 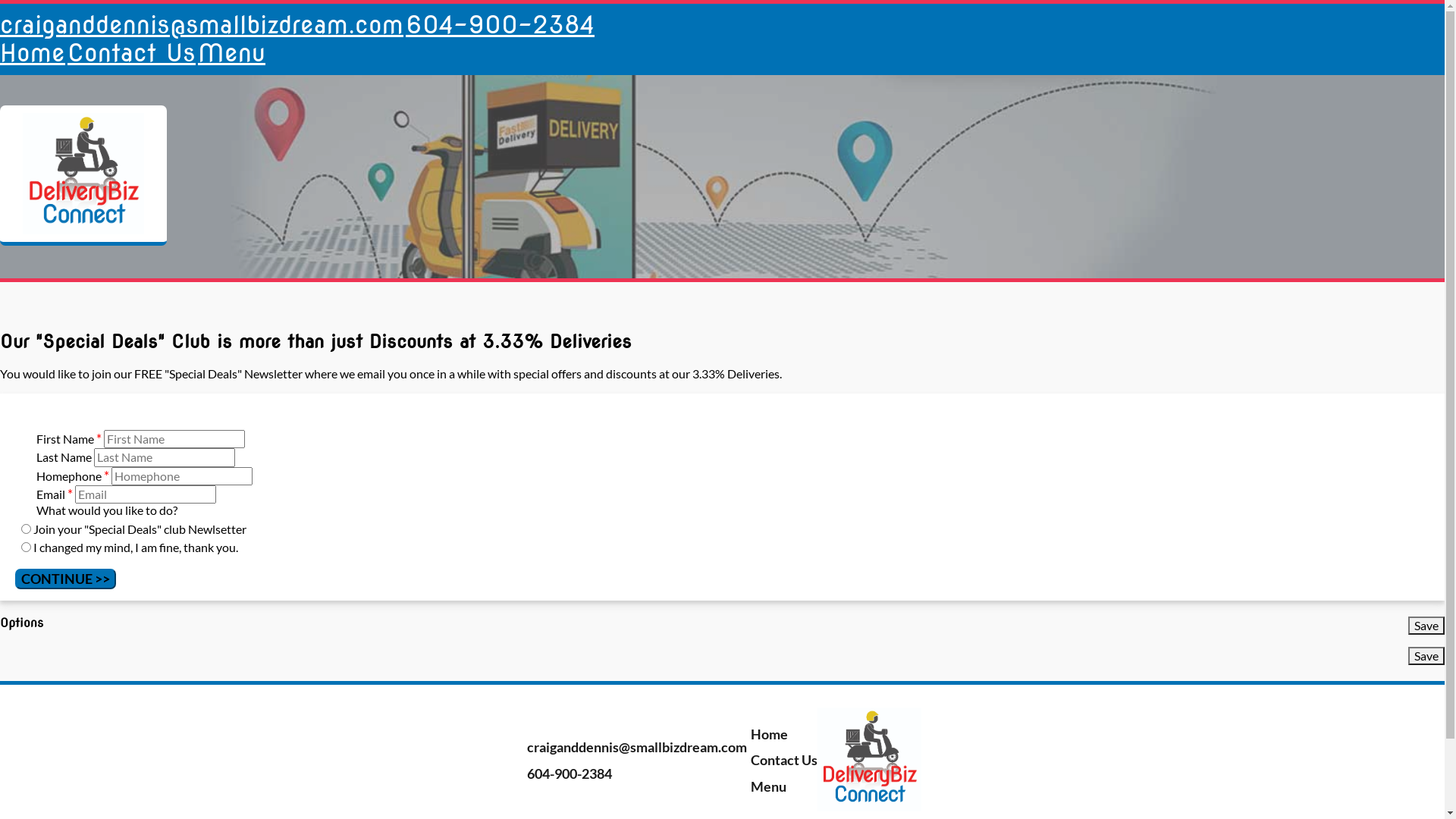 What do you see at coordinates (200, 24) in the screenshot?
I see `'craiganddennis@smallbizdream.com'` at bounding box center [200, 24].